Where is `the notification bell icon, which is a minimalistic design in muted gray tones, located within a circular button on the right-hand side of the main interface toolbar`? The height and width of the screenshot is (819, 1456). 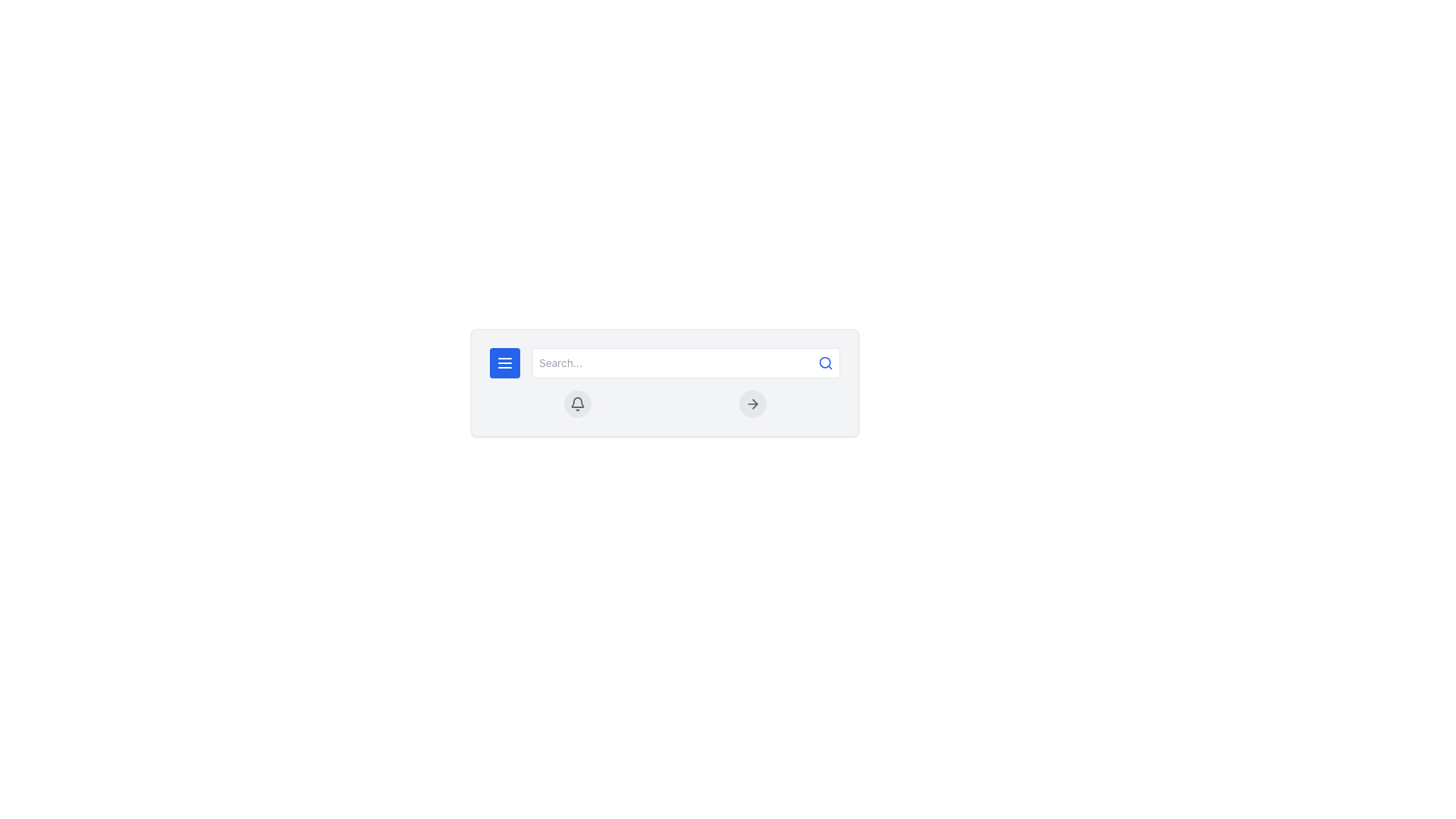 the notification bell icon, which is a minimalistic design in muted gray tones, located within a circular button on the right-hand side of the main interface toolbar is located at coordinates (576, 403).